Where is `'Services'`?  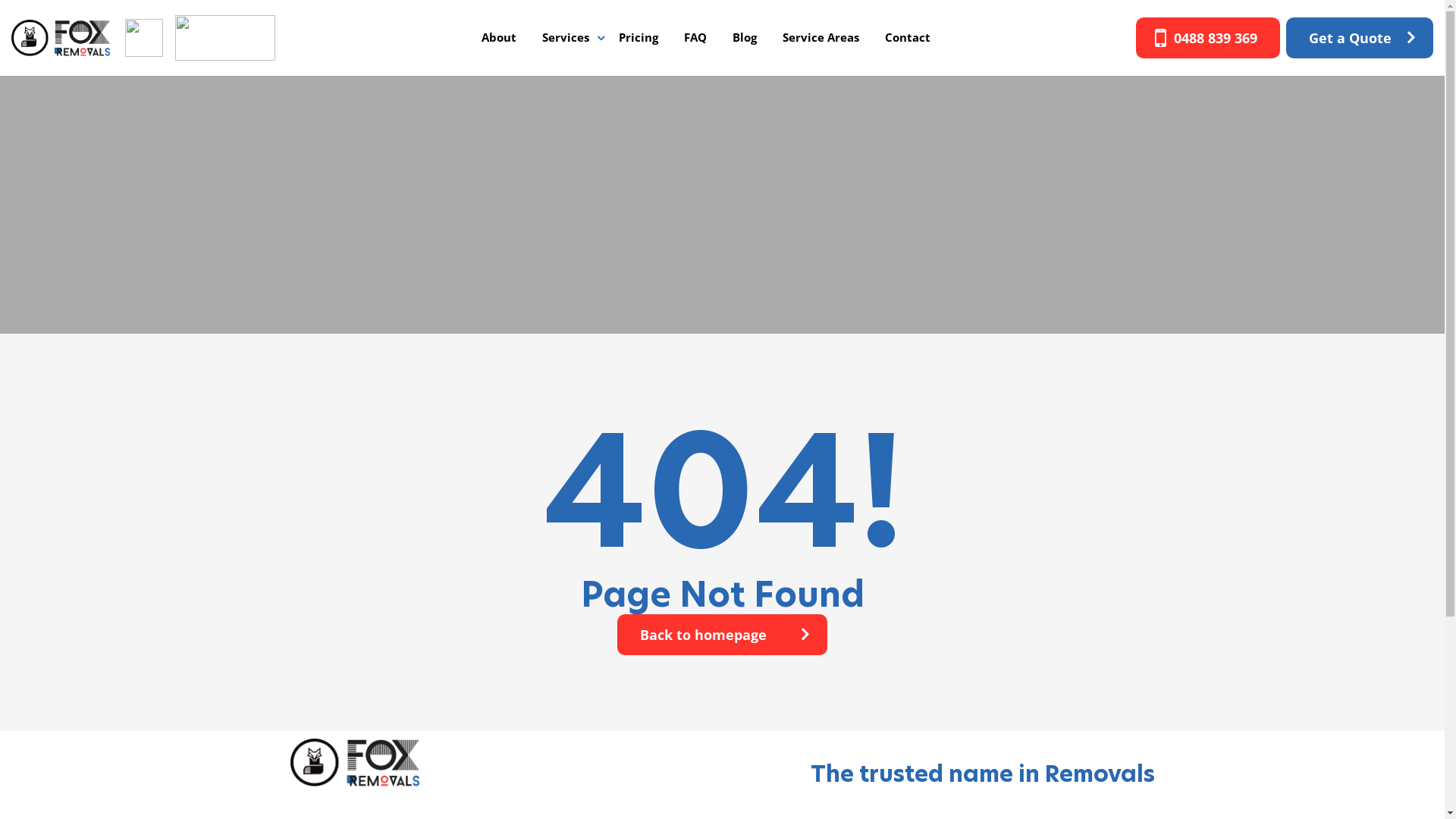 'Services' is located at coordinates (564, 36).